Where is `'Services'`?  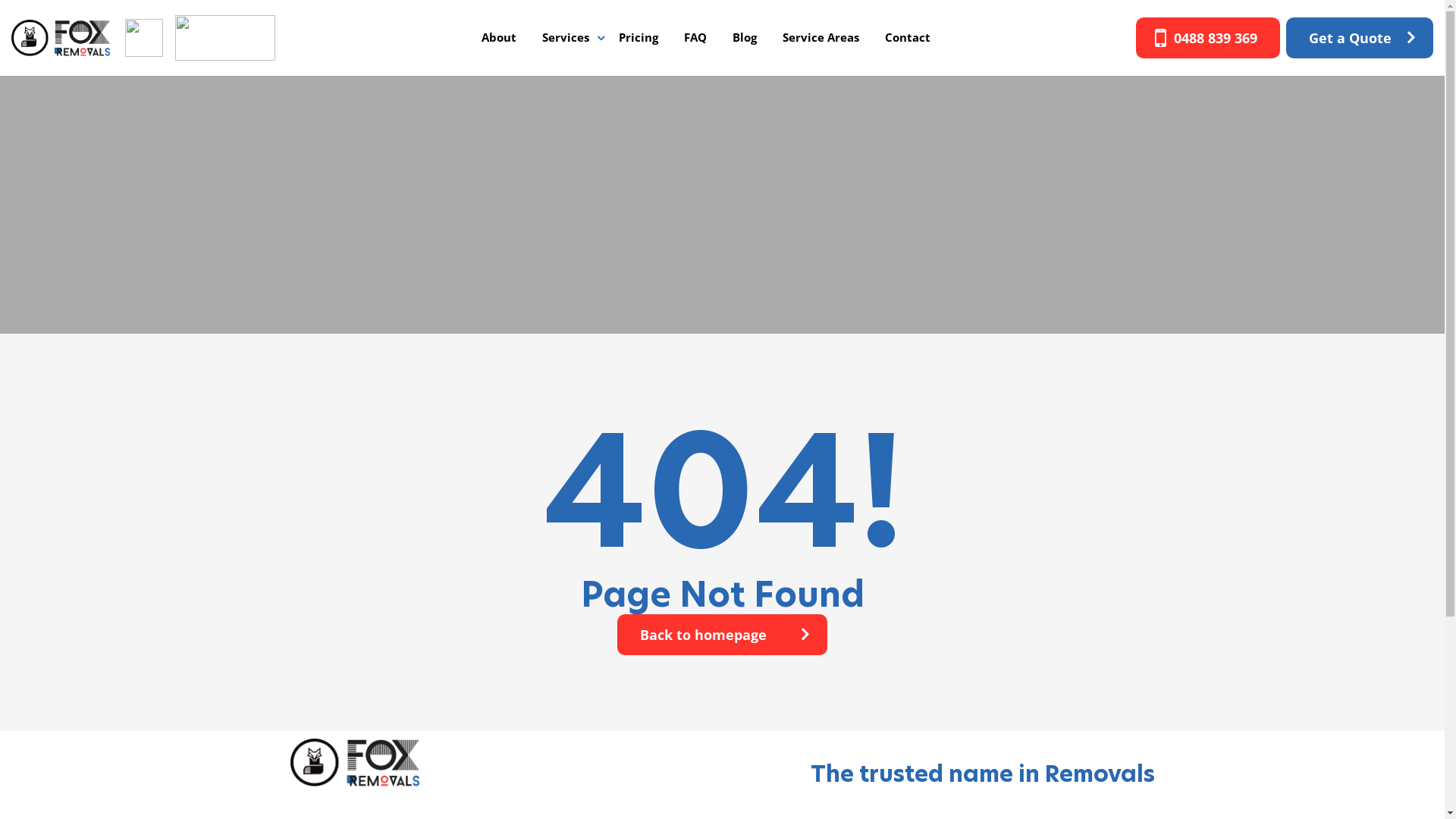 'Services' is located at coordinates (564, 36).